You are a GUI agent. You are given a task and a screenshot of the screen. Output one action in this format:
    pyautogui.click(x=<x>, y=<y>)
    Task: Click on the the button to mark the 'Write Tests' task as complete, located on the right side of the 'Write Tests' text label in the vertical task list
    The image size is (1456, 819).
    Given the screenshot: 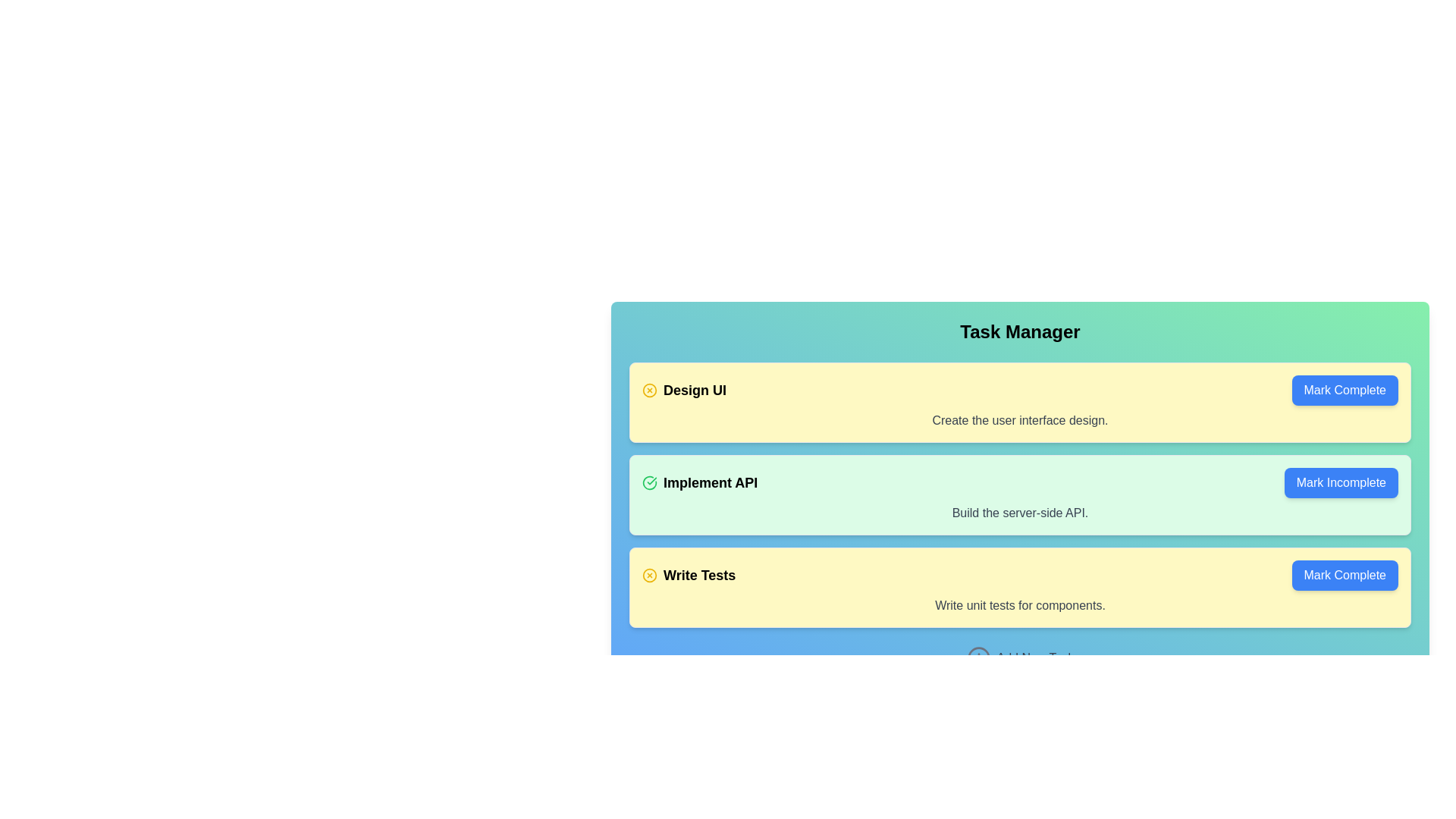 What is the action you would take?
    pyautogui.click(x=1345, y=576)
    